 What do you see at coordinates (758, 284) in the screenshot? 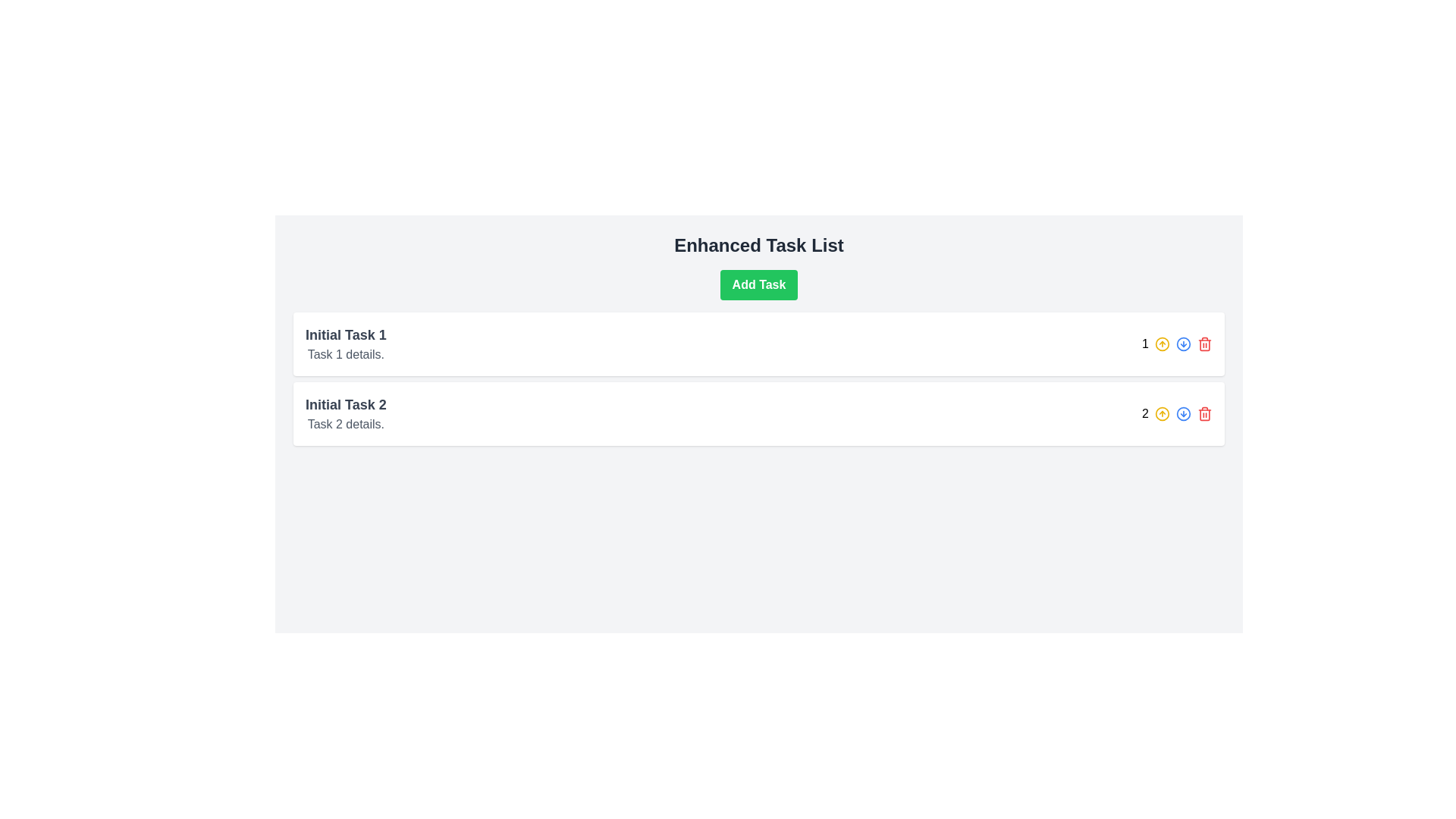
I see `the green button labeled 'Add Task' located centrally below the header 'Enhanced Task List'` at bounding box center [758, 284].